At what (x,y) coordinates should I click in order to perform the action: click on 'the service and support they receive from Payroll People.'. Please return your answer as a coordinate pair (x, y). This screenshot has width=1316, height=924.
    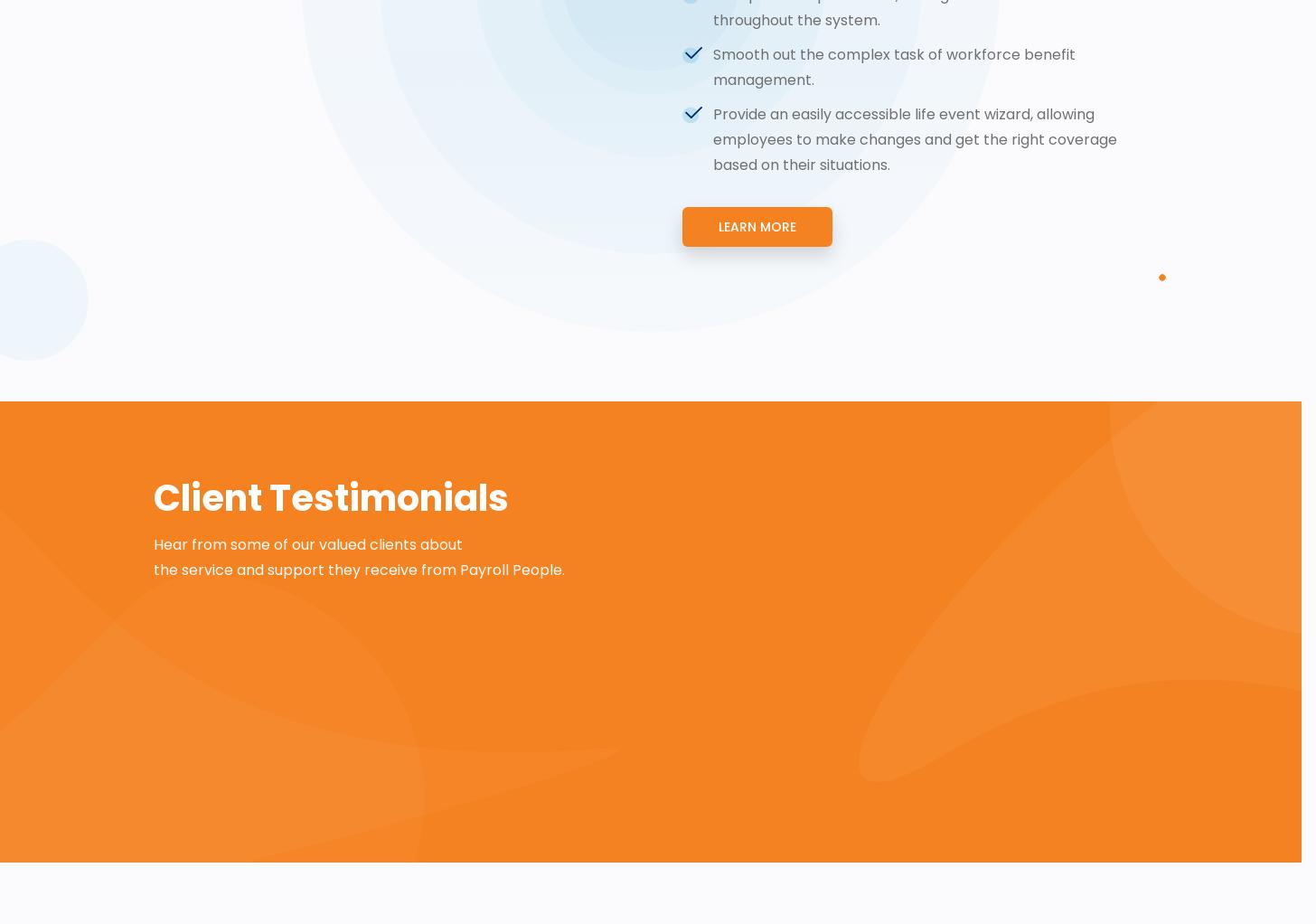
    Looking at the image, I should click on (154, 570).